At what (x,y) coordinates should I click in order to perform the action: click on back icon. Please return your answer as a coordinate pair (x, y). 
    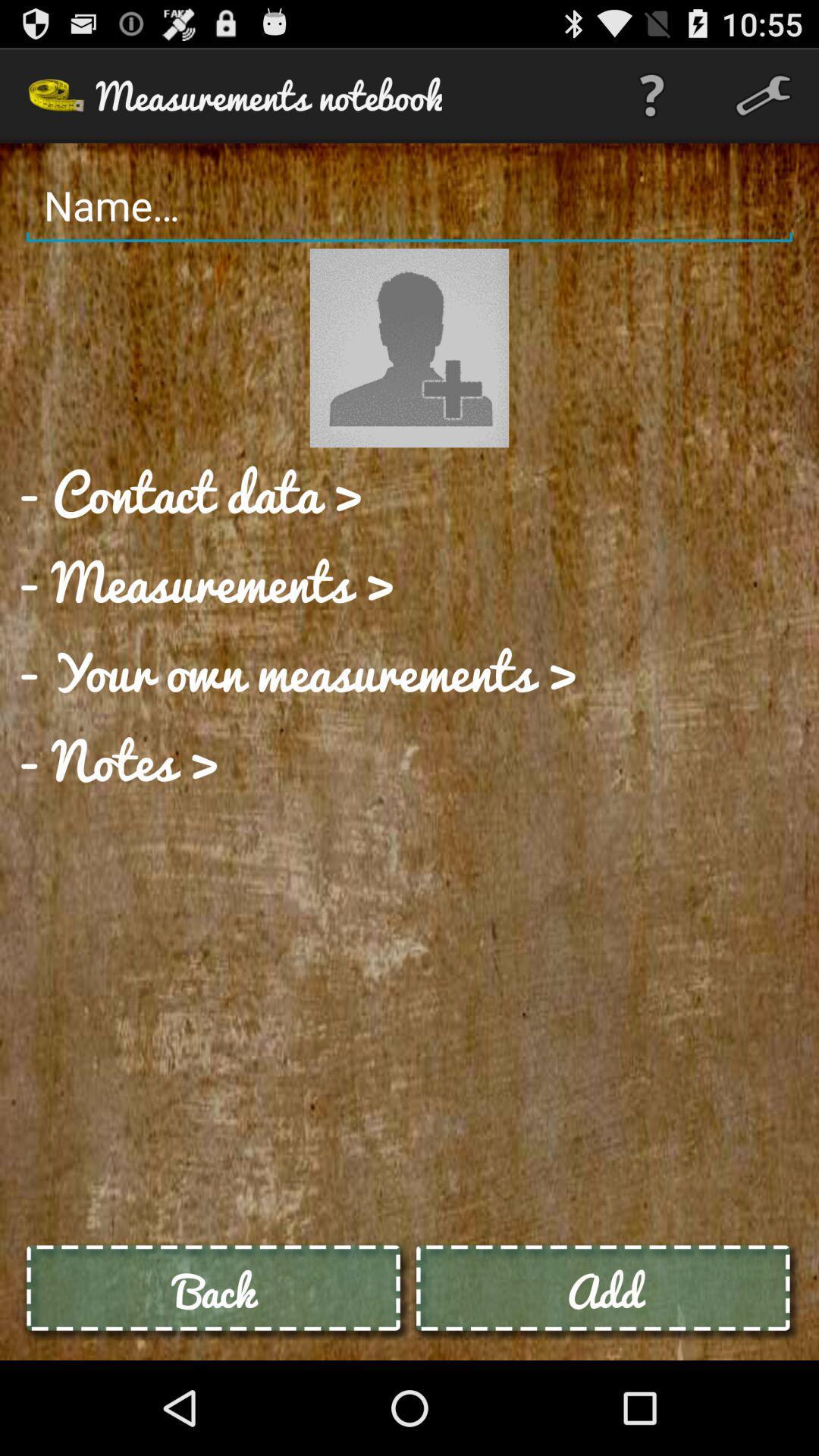
    Looking at the image, I should click on (215, 1290).